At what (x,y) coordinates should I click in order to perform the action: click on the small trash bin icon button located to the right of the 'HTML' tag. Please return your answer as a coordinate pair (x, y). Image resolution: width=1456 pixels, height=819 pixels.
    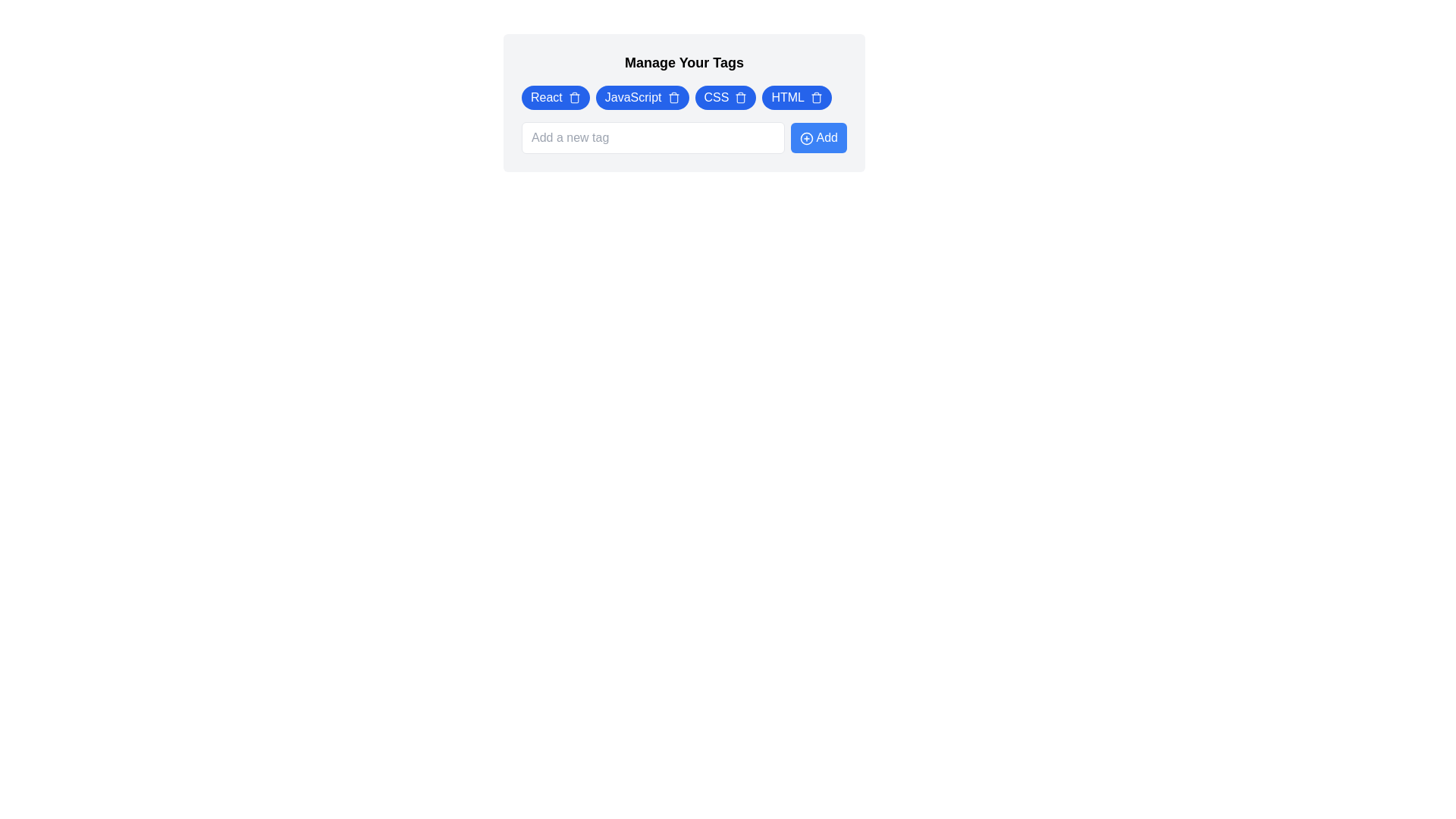
    Looking at the image, I should click on (815, 97).